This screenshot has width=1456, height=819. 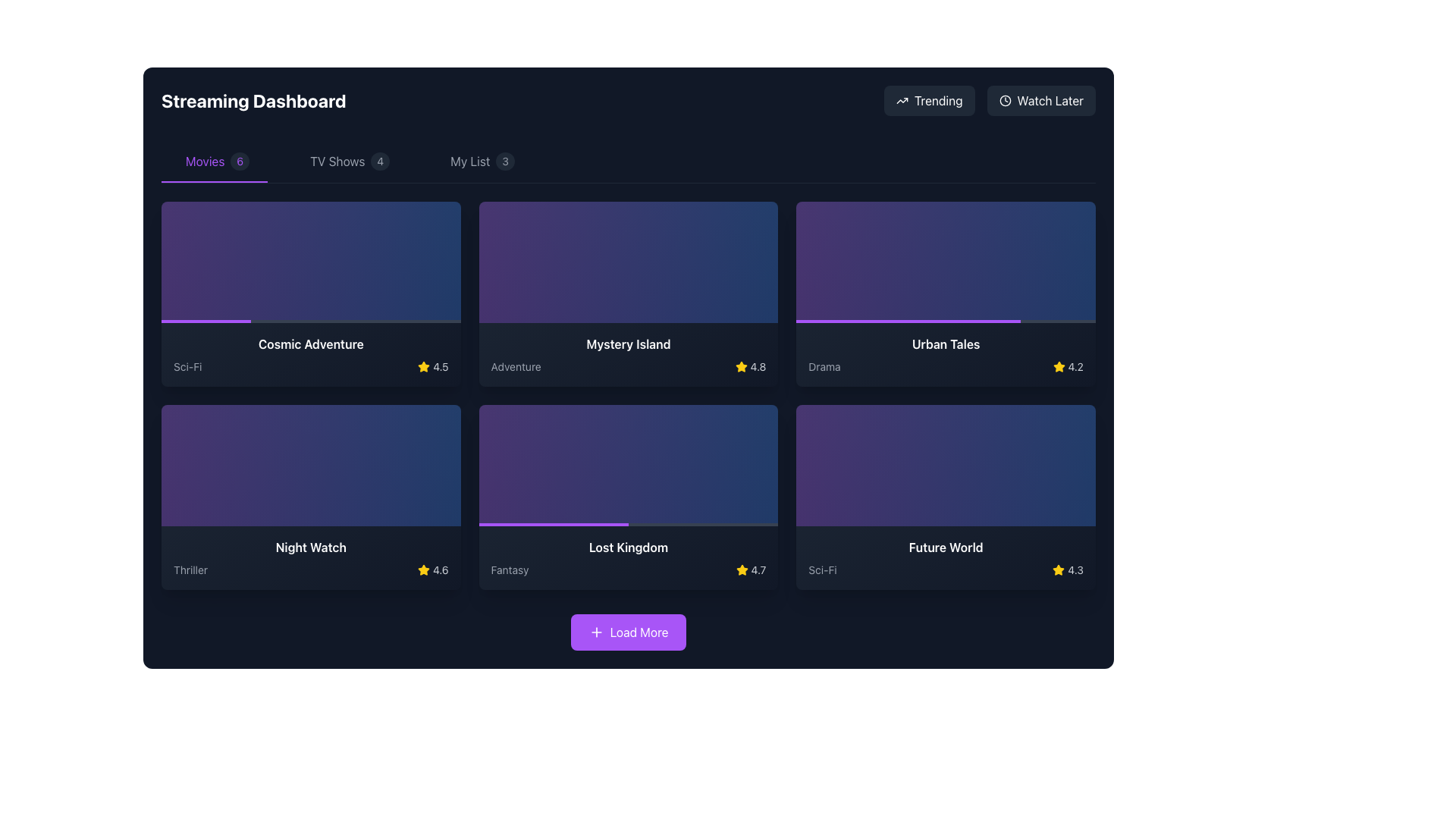 I want to click on the 'Trending' text label in the navigation bar, so click(x=937, y=100).